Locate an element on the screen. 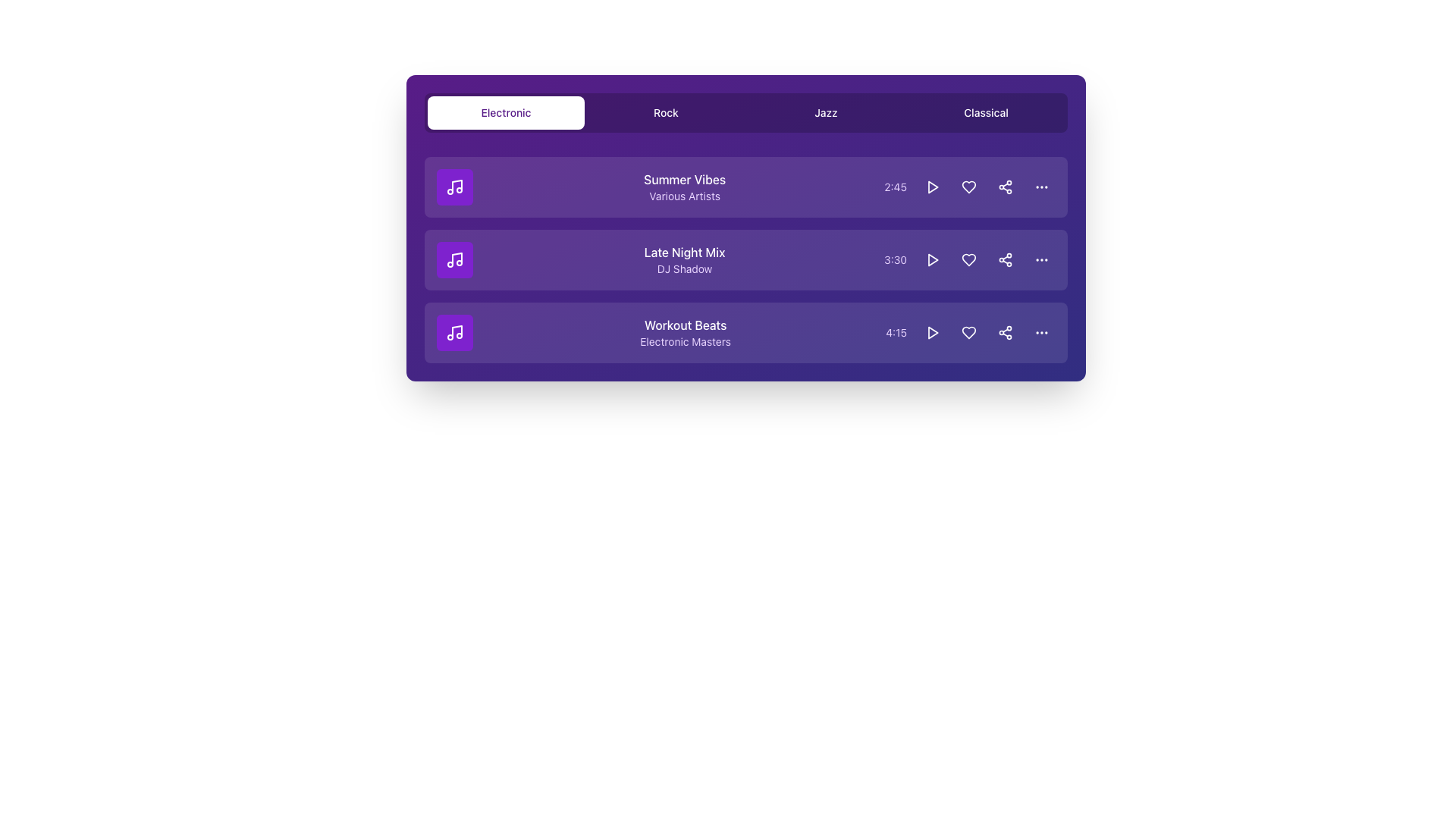 Image resolution: width=1456 pixels, height=819 pixels. the vertical ellipsis icon button for the dropdown or contextual menu, located at the far-right end of the third list item in the playlist is located at coordinates (1040, 259).